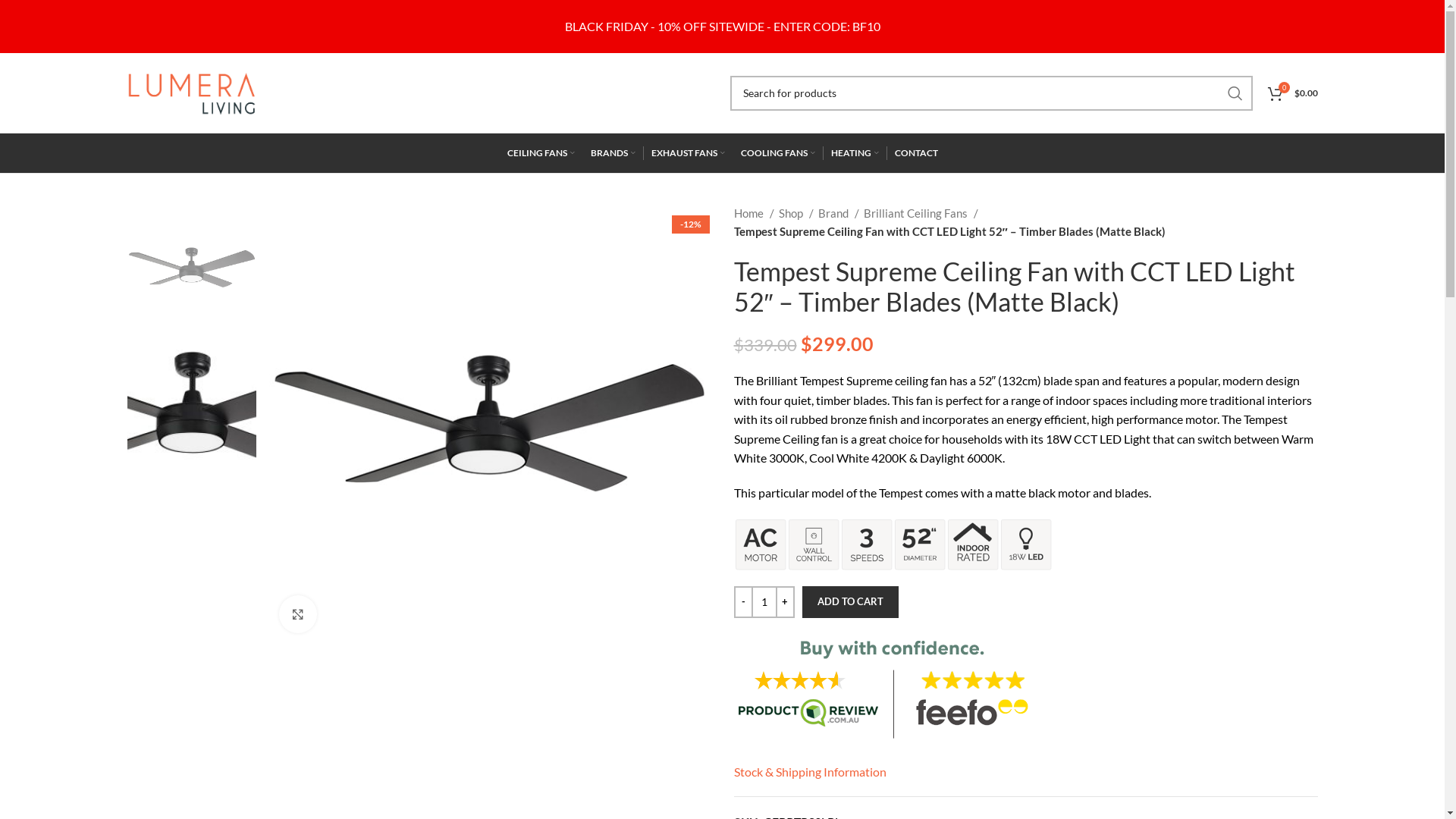 The height and width of the screenshot is (819, 1456). I want to click on 'HEATING', so click(855, 152).